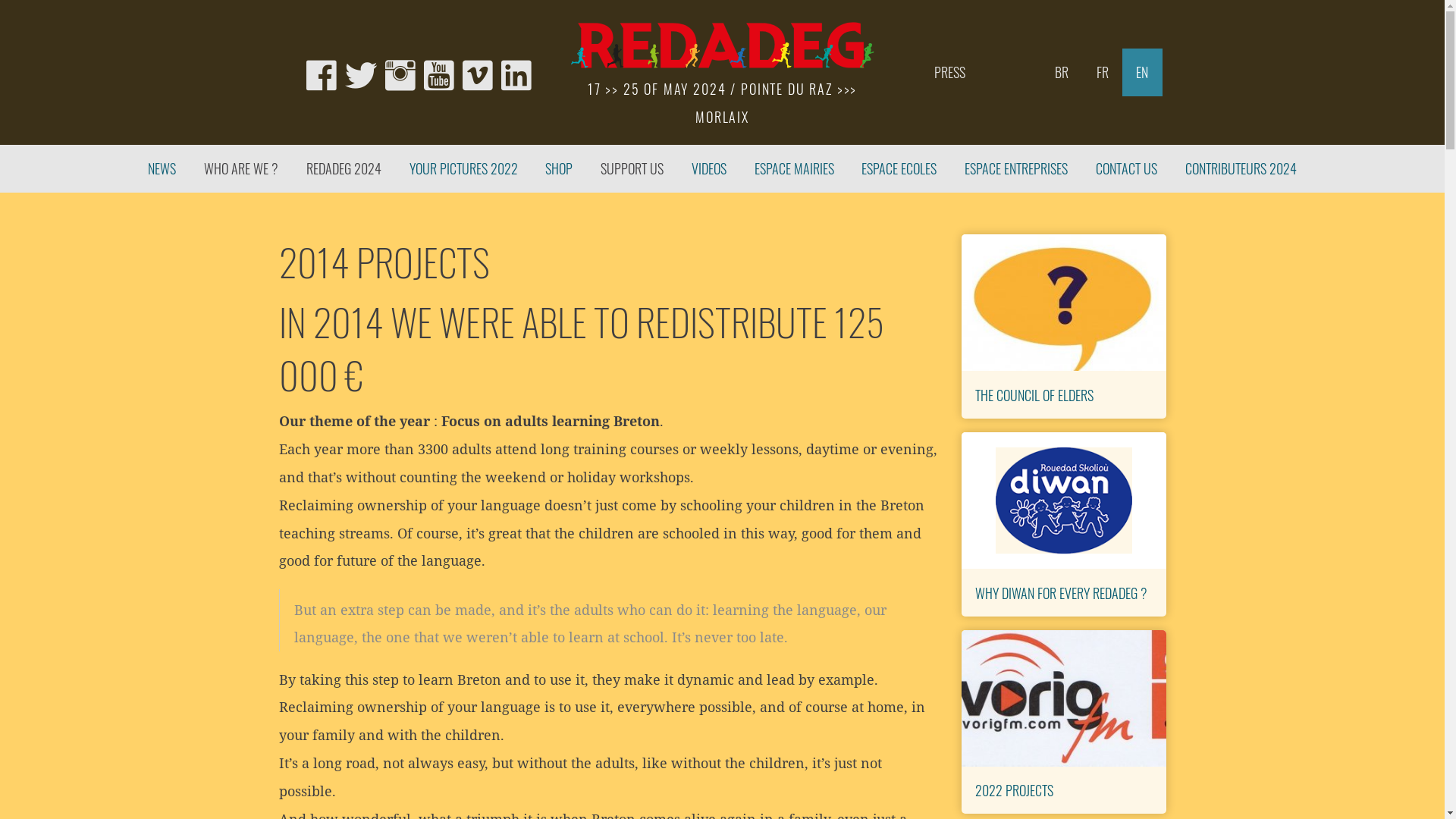 This screenshot has width=1456, height=819. I want to click on 'YOUR PICTURES 2022', so click(395, 168).